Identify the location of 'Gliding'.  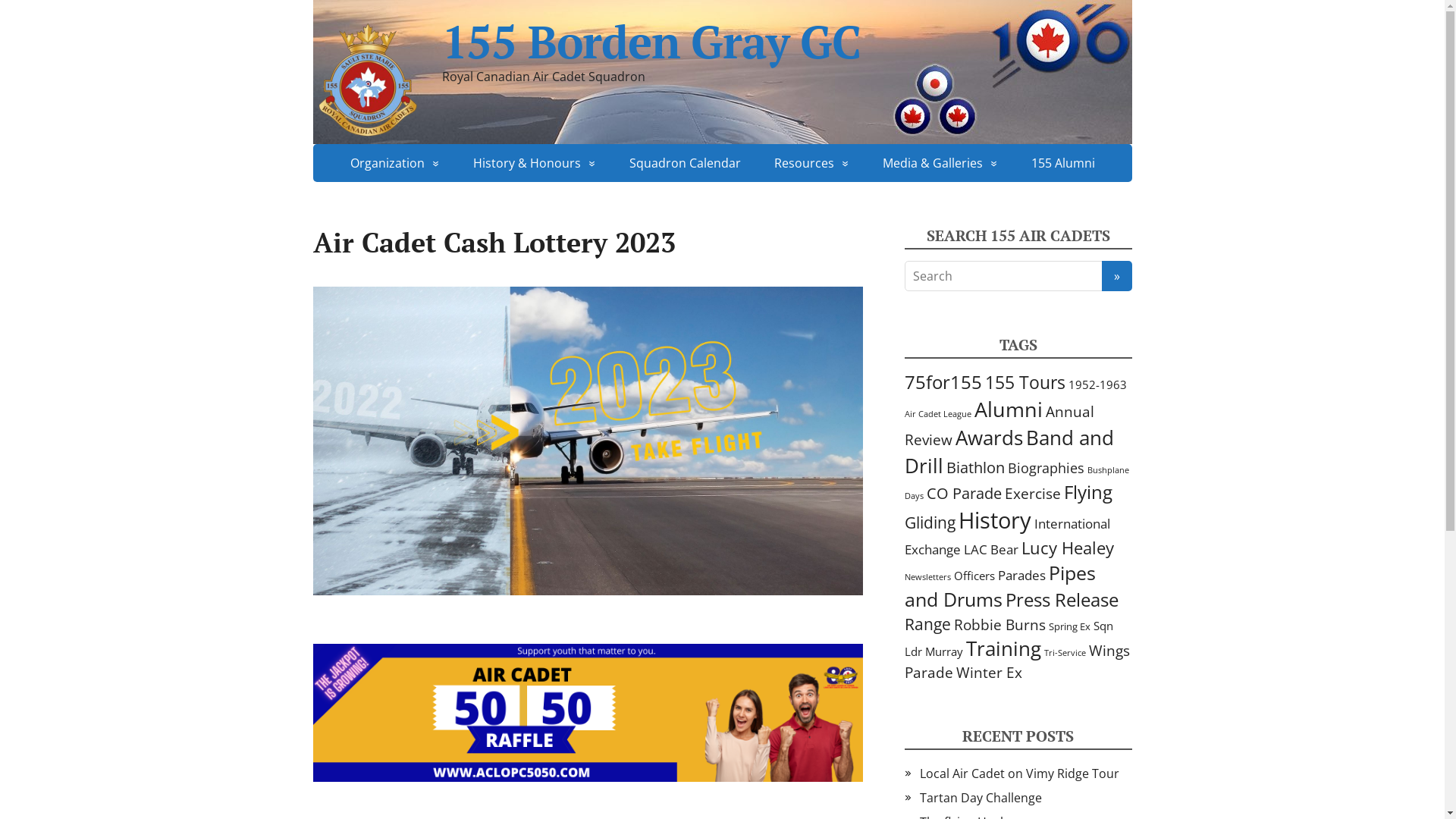
(928, 521).